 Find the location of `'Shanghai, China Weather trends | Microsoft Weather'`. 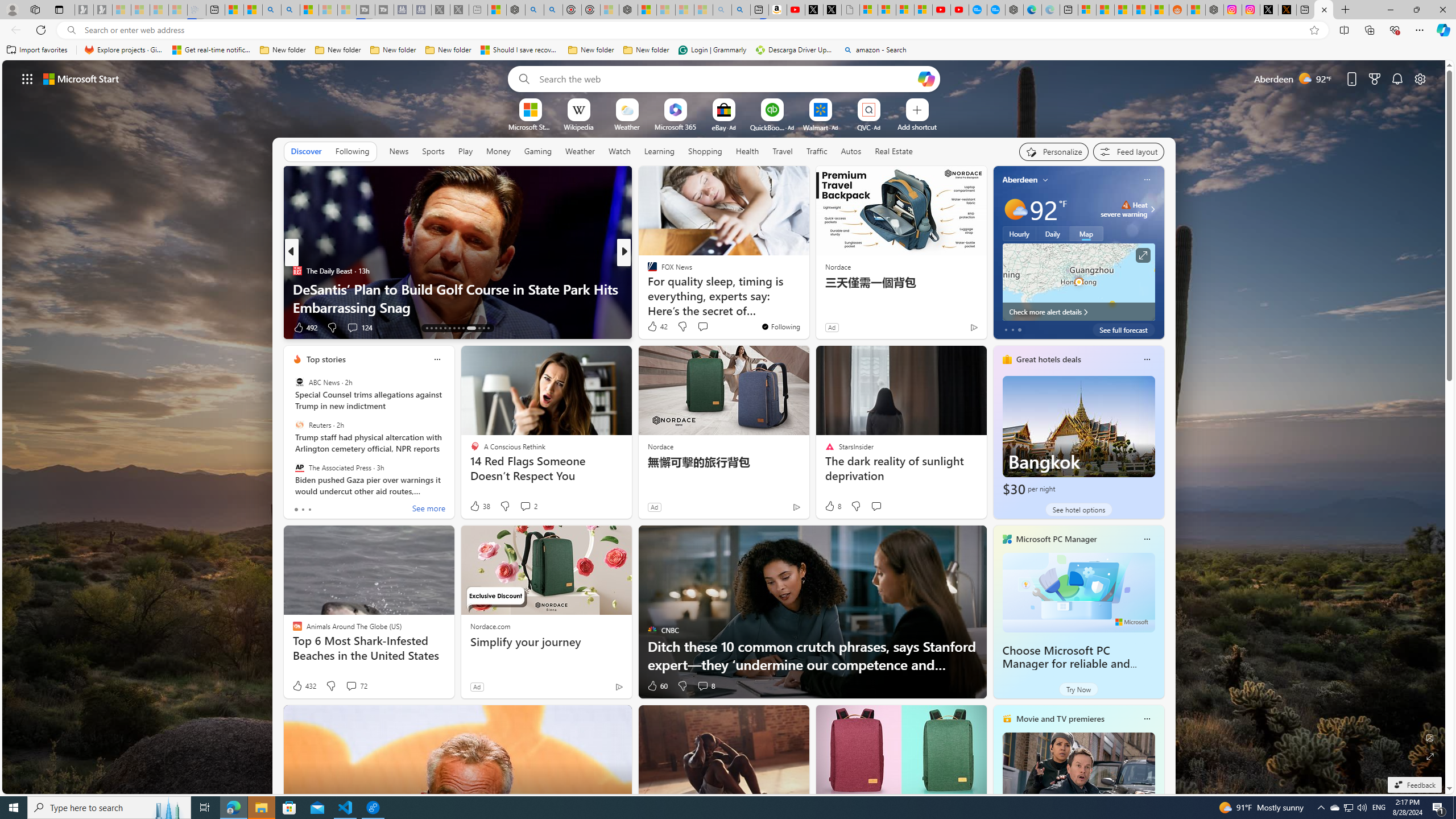

'Shanghai, China Weather trends | Microsoft Weather' is located at coordinates (1159, 9).